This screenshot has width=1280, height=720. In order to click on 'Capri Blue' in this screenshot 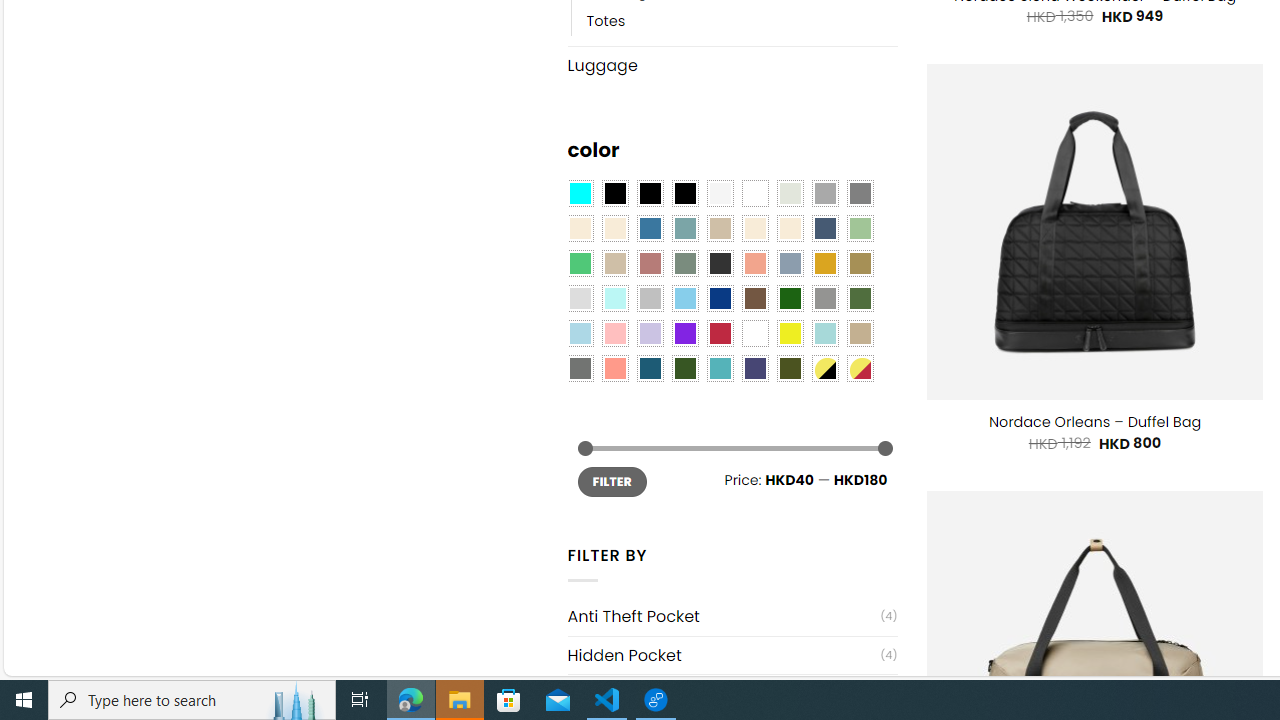, I will do `click(650, 368)`.